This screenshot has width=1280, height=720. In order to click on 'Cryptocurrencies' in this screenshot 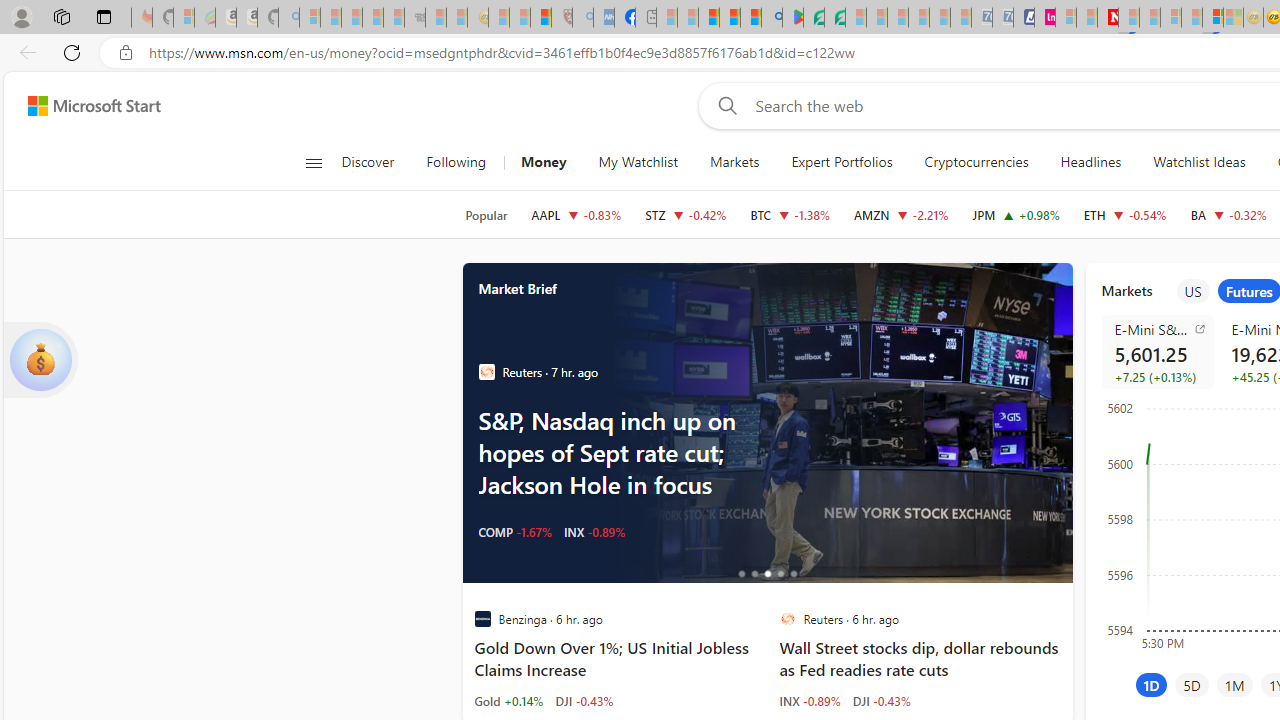, I will do `click(976, 162)`.